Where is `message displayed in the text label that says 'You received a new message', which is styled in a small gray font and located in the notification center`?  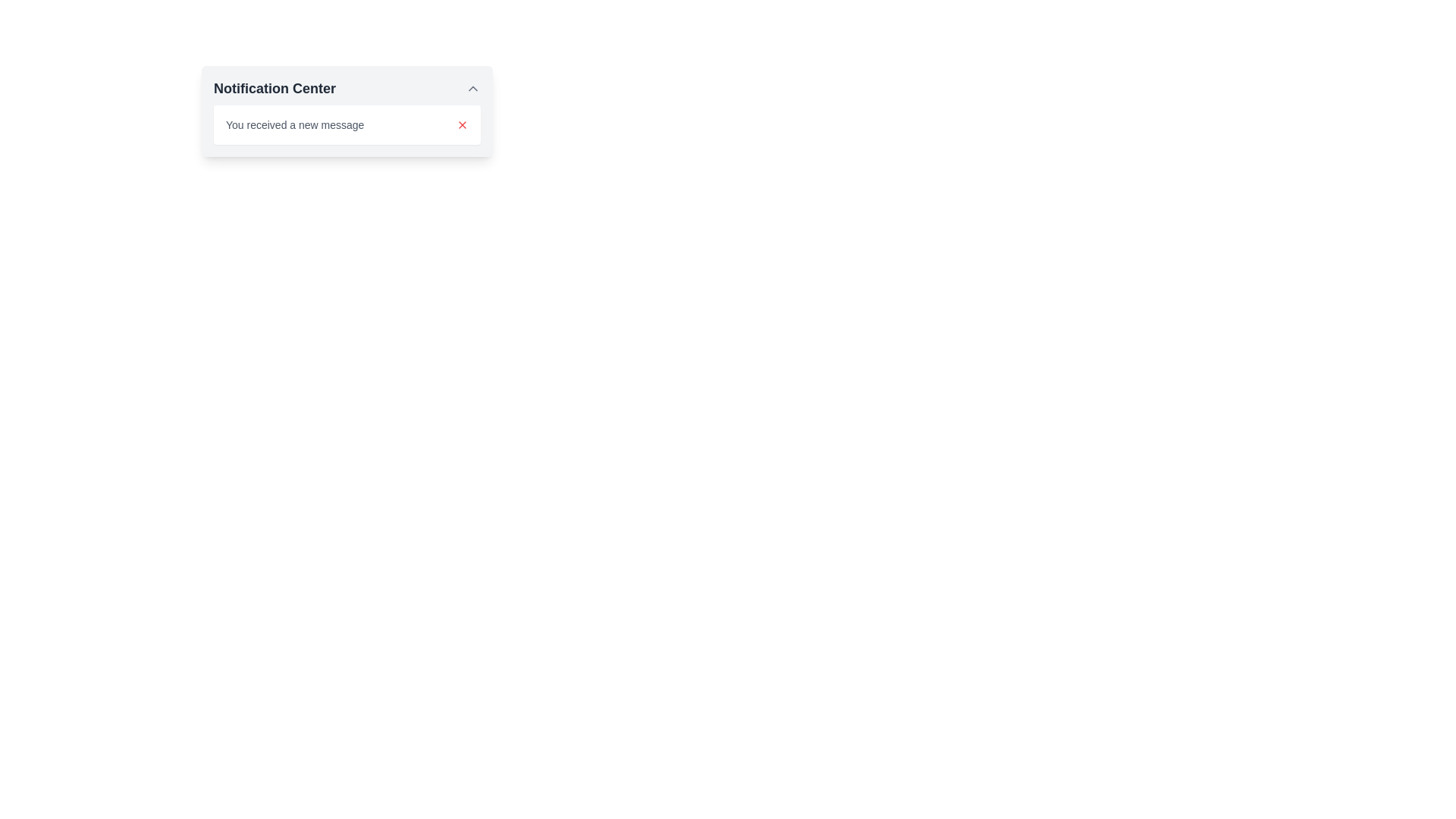
message displayed in the text label that says 'You received a new message', which is styled in a small gray font and located in the notification center is located at coordinates (295, 124).